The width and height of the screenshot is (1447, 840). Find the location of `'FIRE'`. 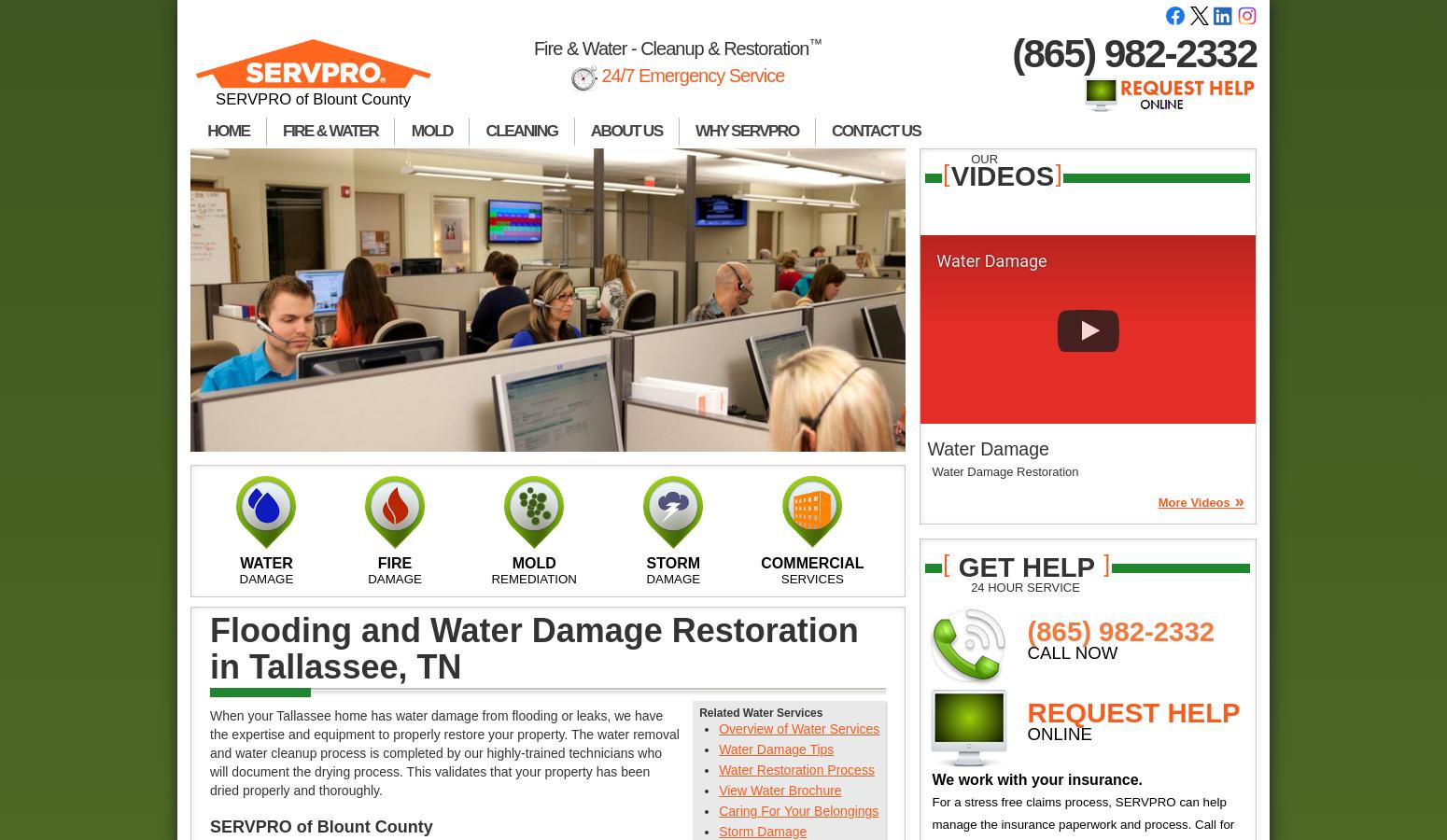

'FIRE' is located at coordinates (394, 563).